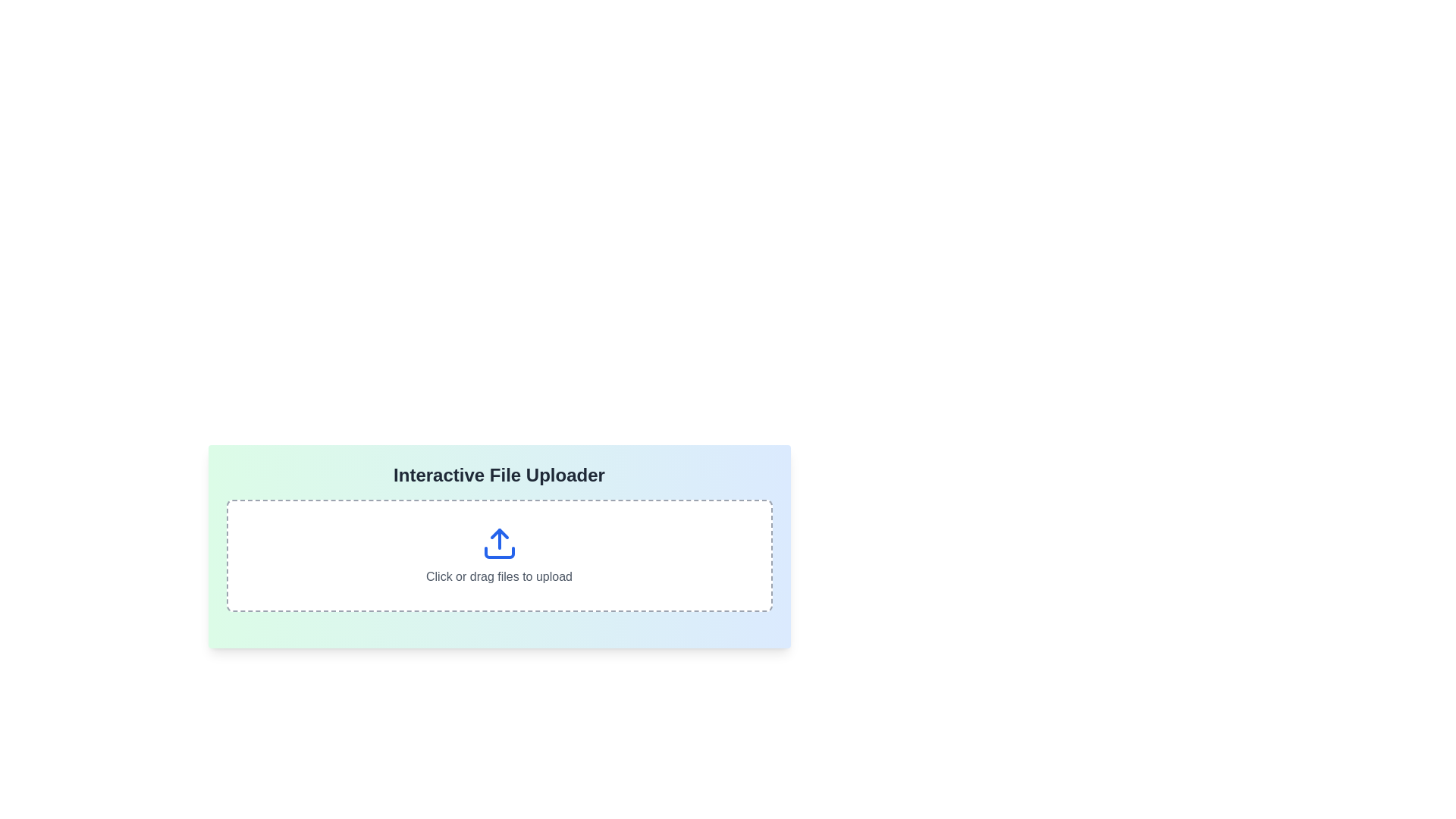 The width and height of the screenshot is (1456, 819). What do you see at coordinates (499, 553) in the screenshot?
I see `the bottom section of the upload icon, which is a curved rectangular shape located beneath the blue upward-pointing arrow` at bounding box center [499, 553].